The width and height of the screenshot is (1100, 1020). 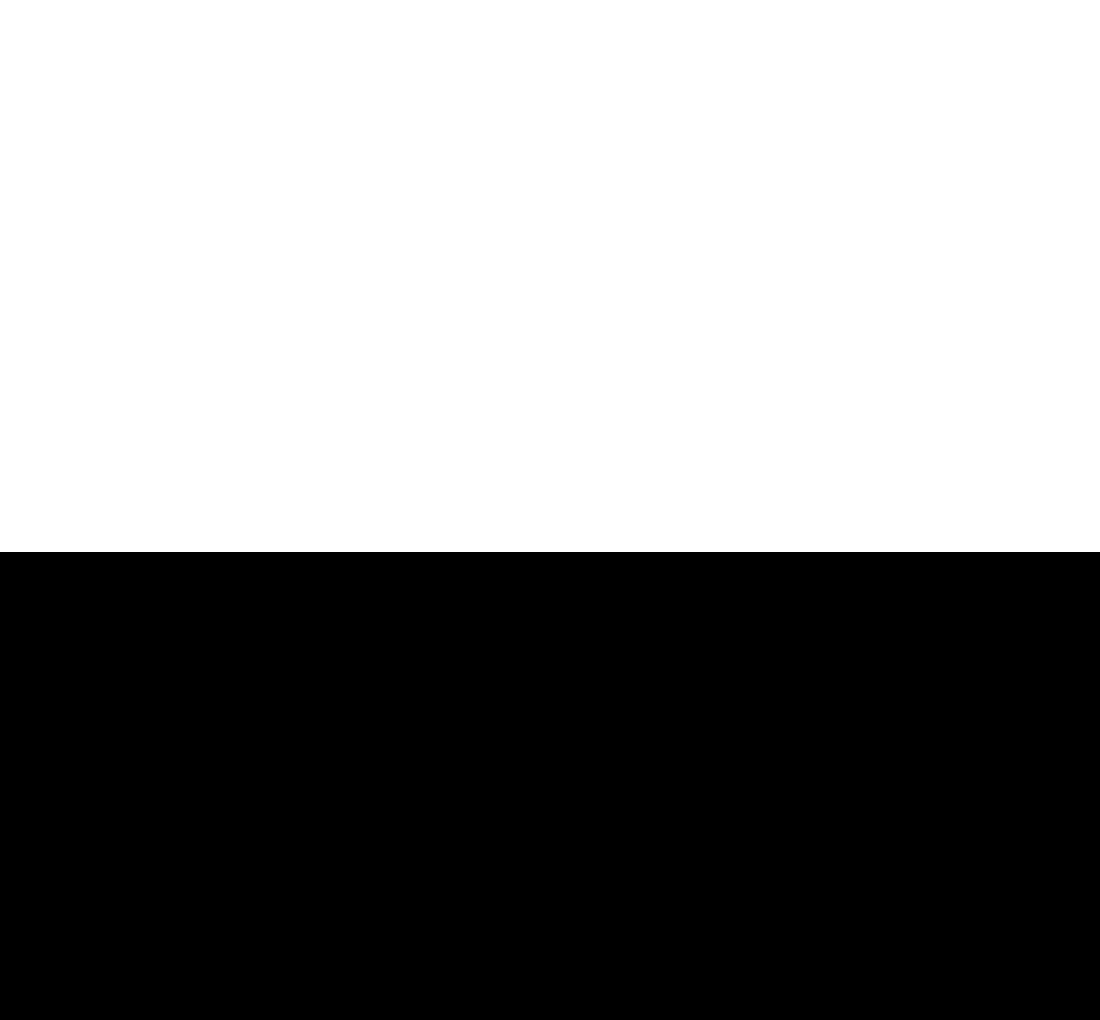 What do you see at coordinates (851, 817) in the screenshot?
I see `'Masthead'` at bounding box center [851, 817].